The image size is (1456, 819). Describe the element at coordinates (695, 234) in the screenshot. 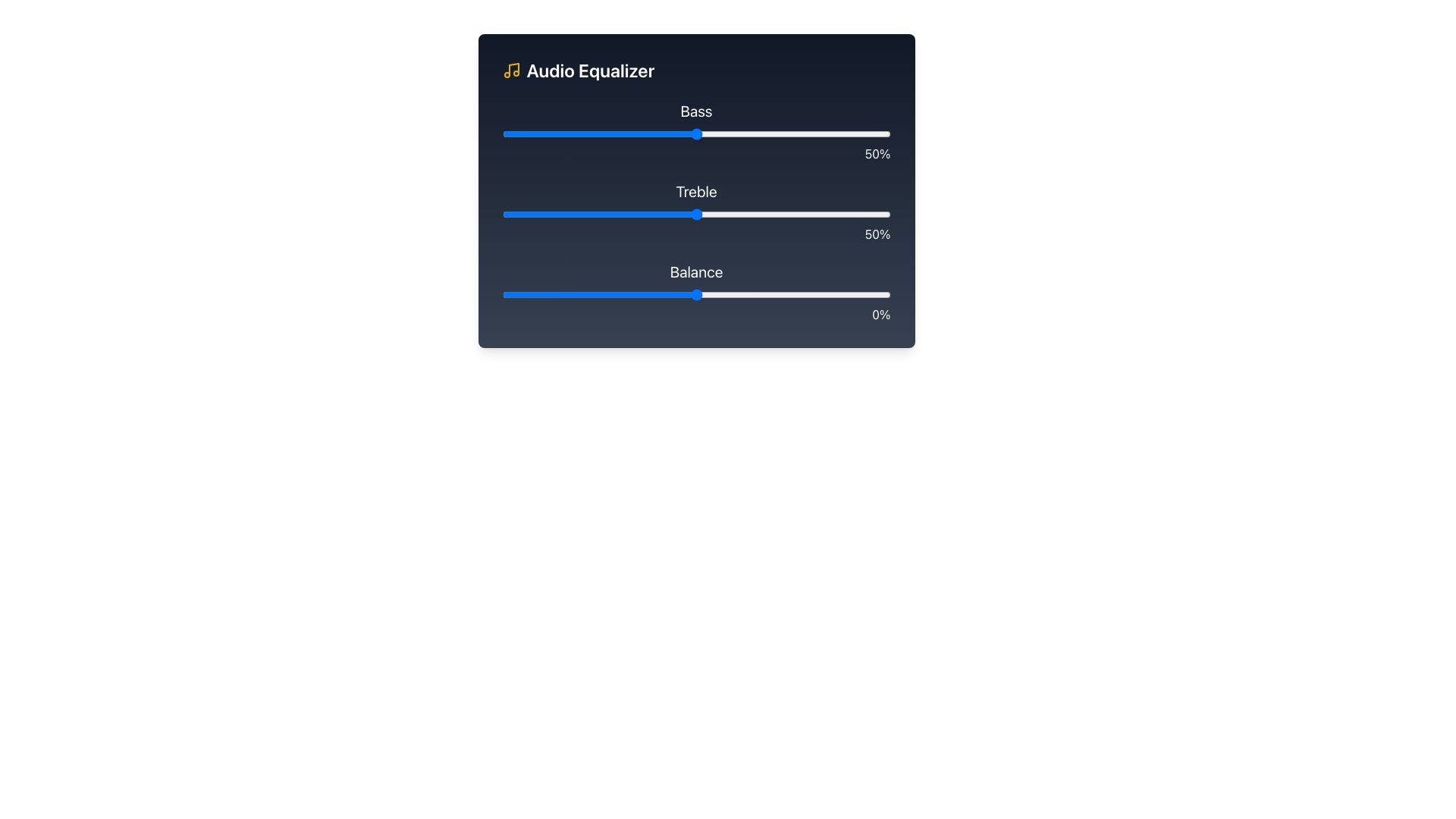

I see `the text label displaying '50%' located at the right-hand side of the slider for the 'Treble' control in the audio equalizer interface` at that location.